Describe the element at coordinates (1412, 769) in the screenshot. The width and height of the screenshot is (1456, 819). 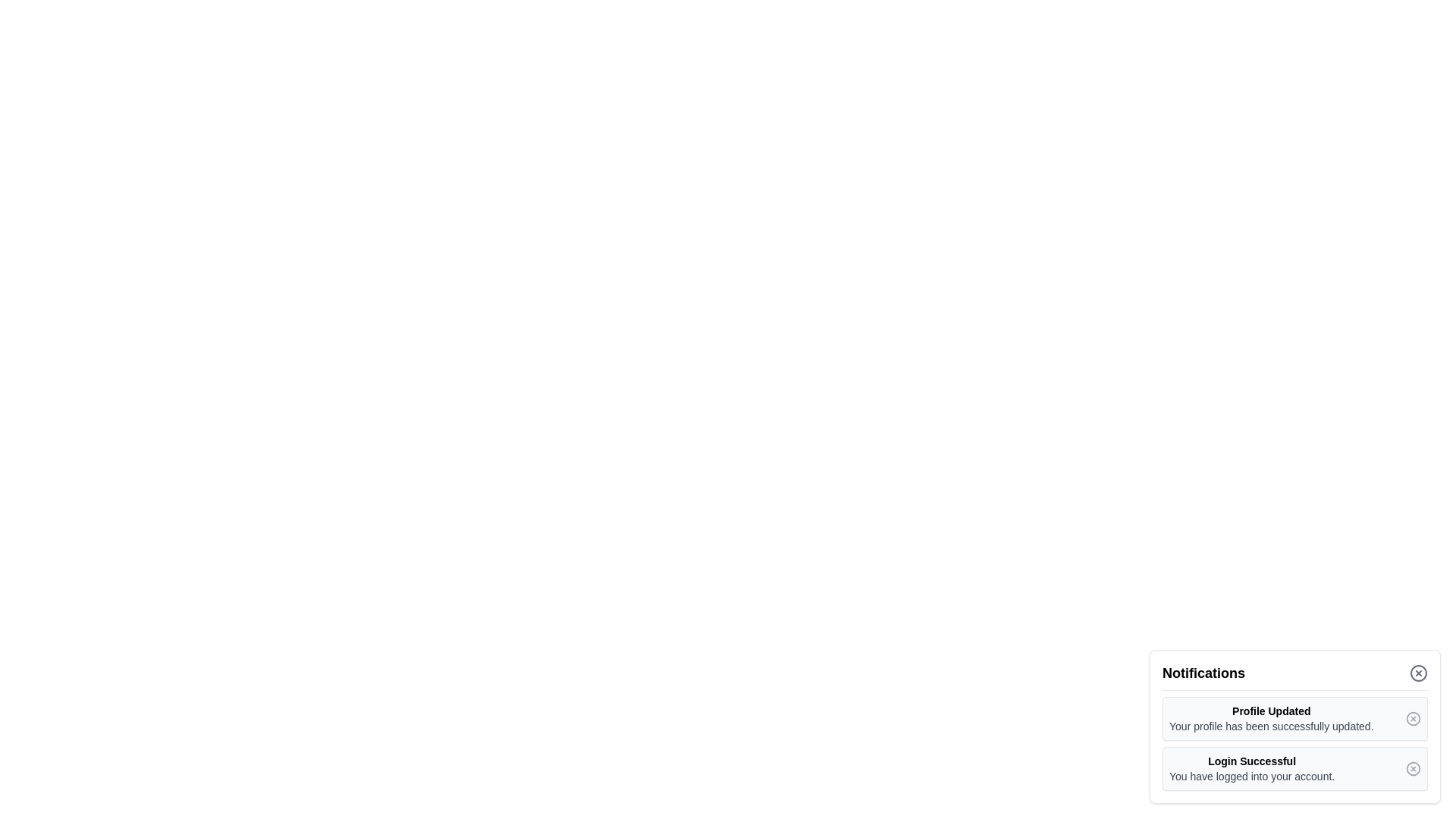
I see `the close button for the 'Login Successful' notification` at that location.